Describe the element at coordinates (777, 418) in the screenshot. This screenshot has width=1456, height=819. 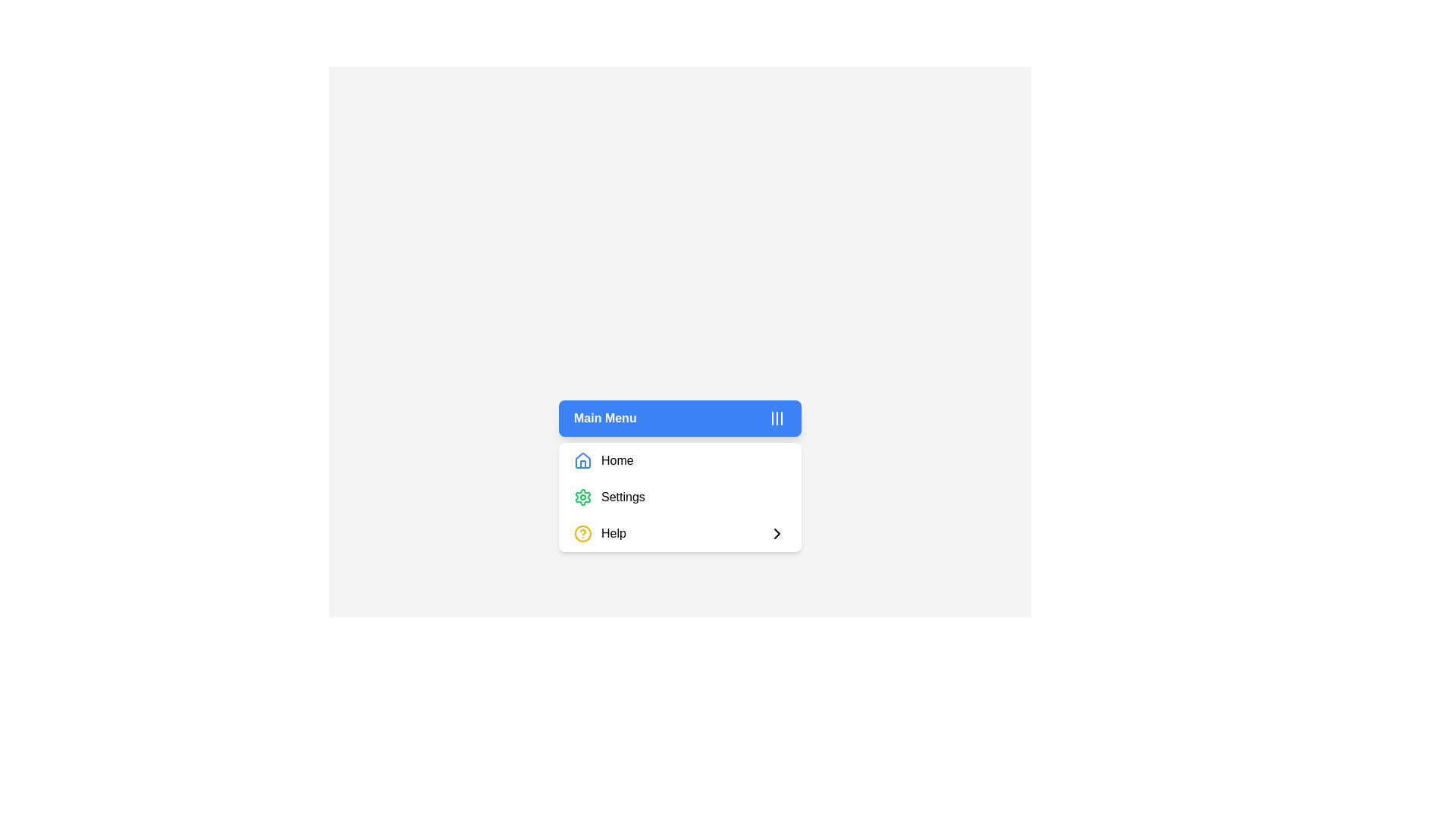
I see `the vertically aligned three-line 'menu' icon styled in white on a blue background, positioned on the right side of the 'Main Menu' header` at that location.